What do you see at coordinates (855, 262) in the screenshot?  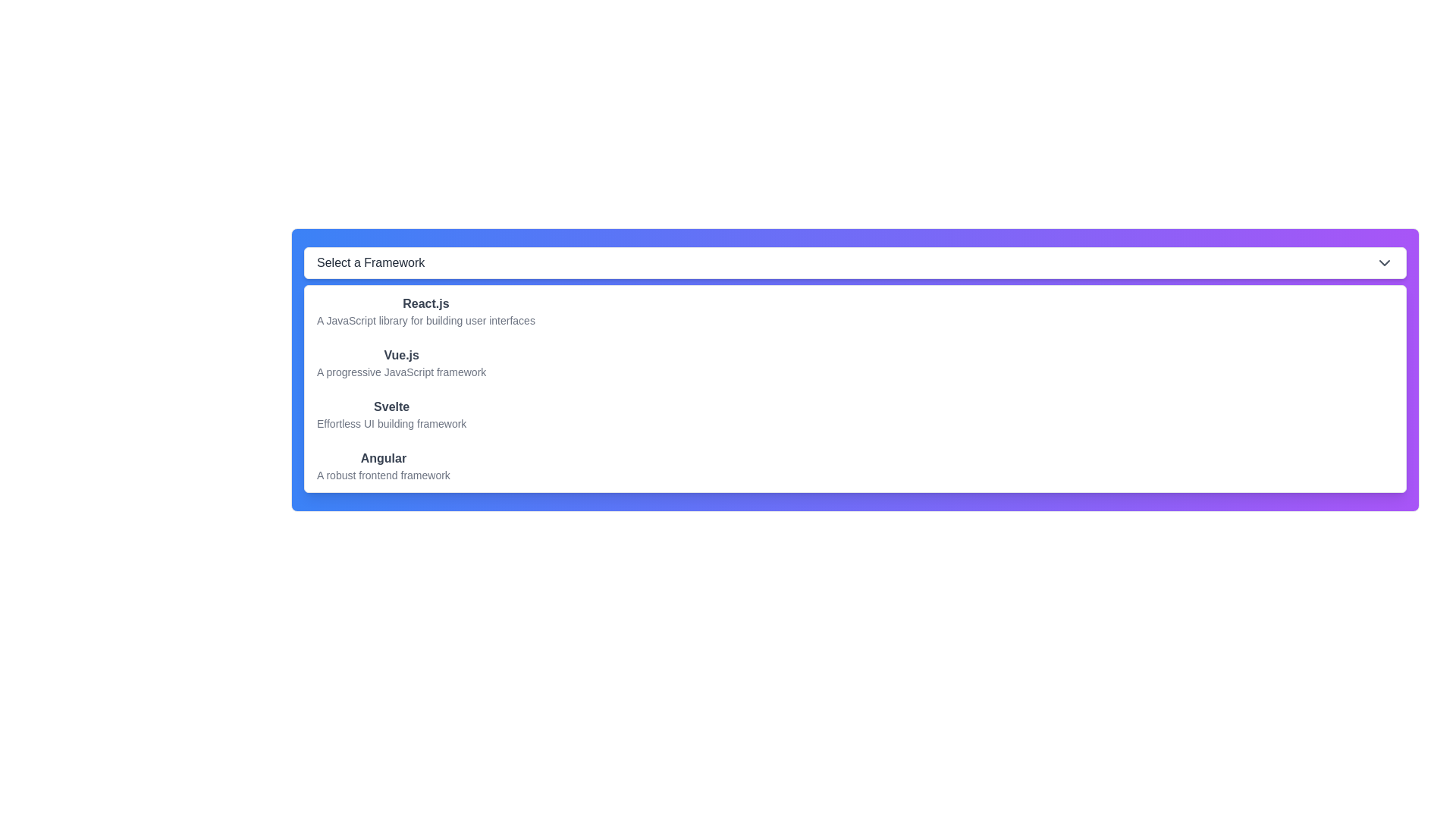 I see `the Dropdown menu` at bounding box center [855, 262].